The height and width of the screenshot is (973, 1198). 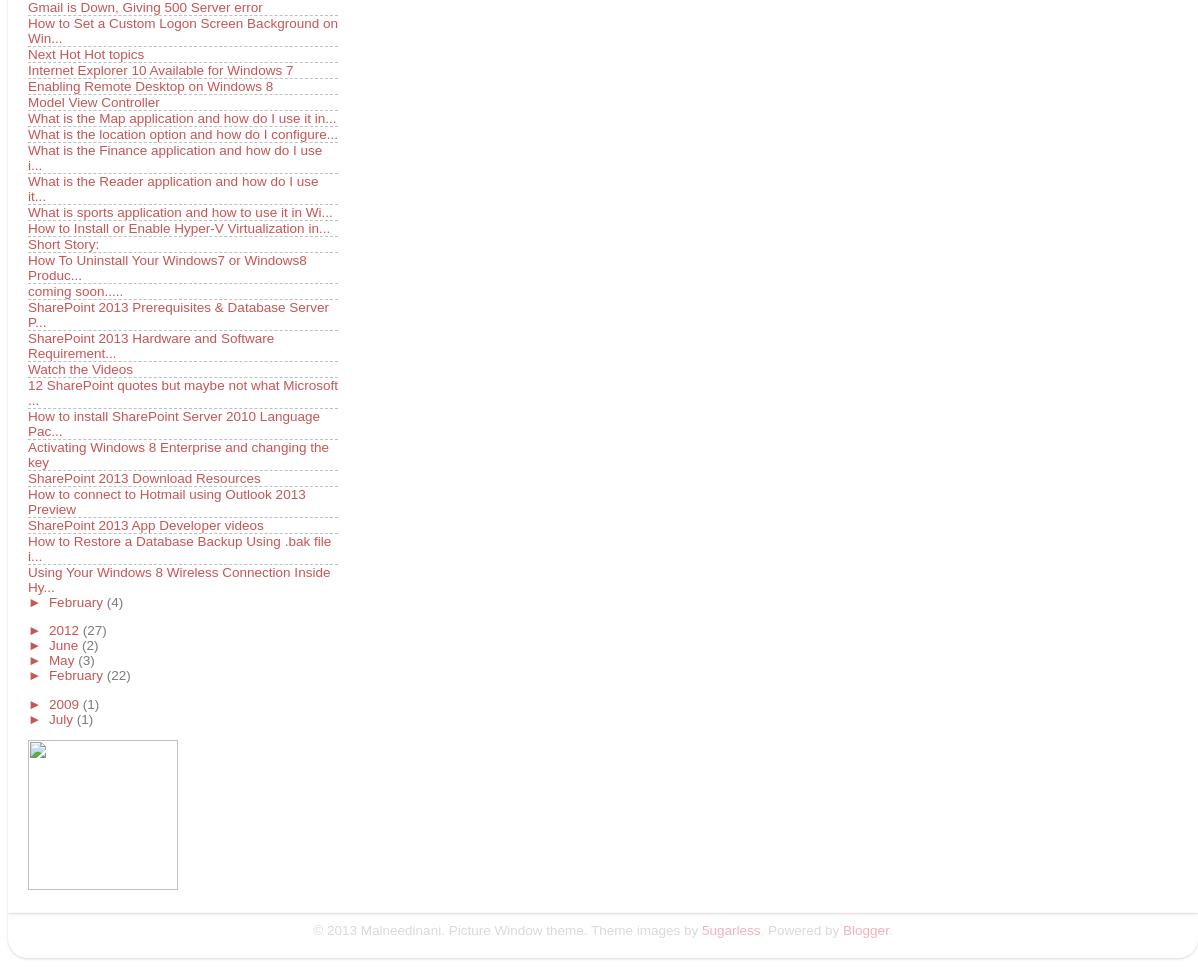 What do you see at coordinates (149, 345) in the screenshot?
I see `'SharePoint 2013  Hardware and Software Requirement...'` at bounding box center [149, 345].